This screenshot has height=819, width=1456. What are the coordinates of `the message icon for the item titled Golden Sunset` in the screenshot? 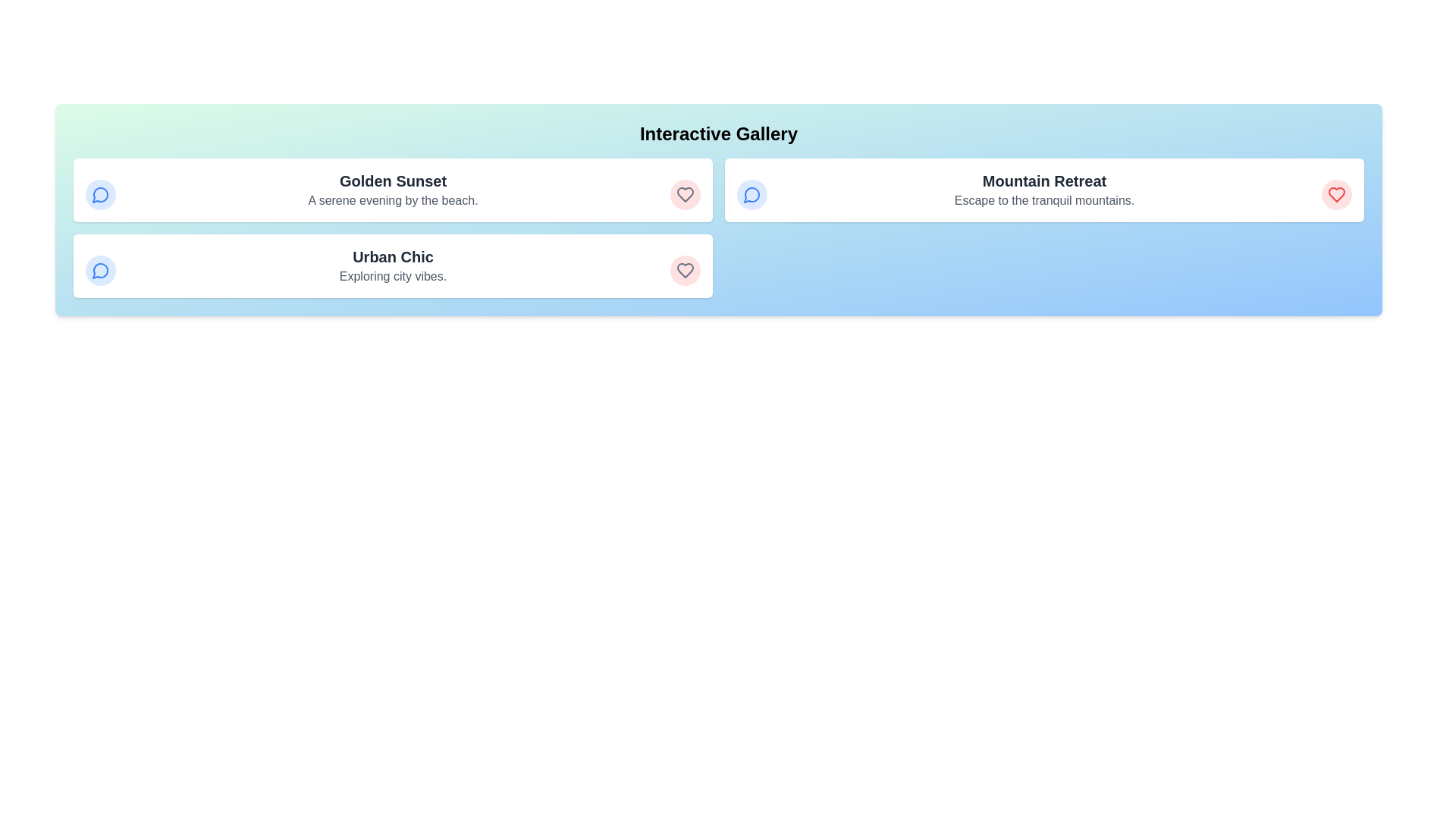 It's located at (100, 194).